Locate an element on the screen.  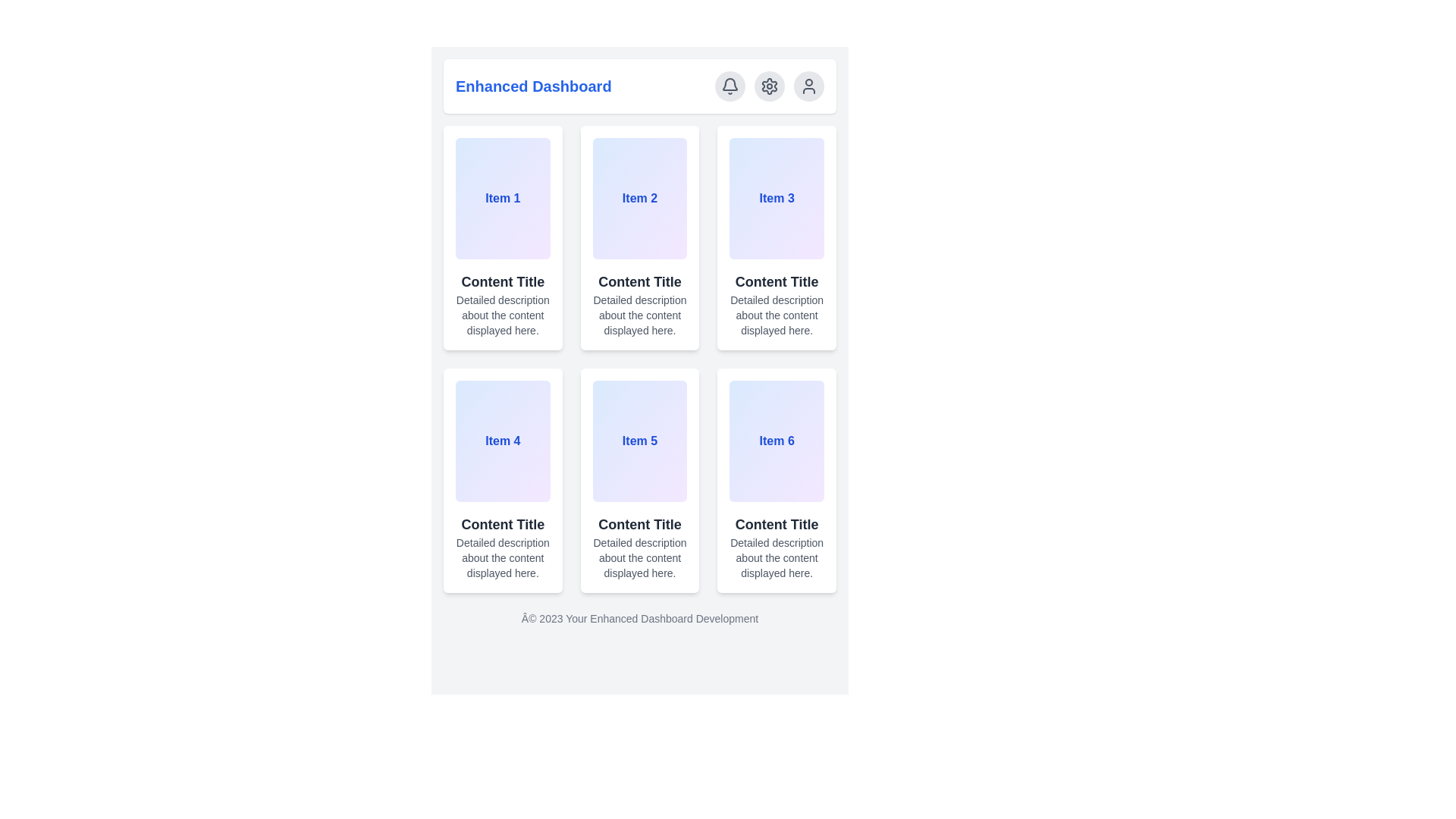
the first card is located at coordinates (503, 198).